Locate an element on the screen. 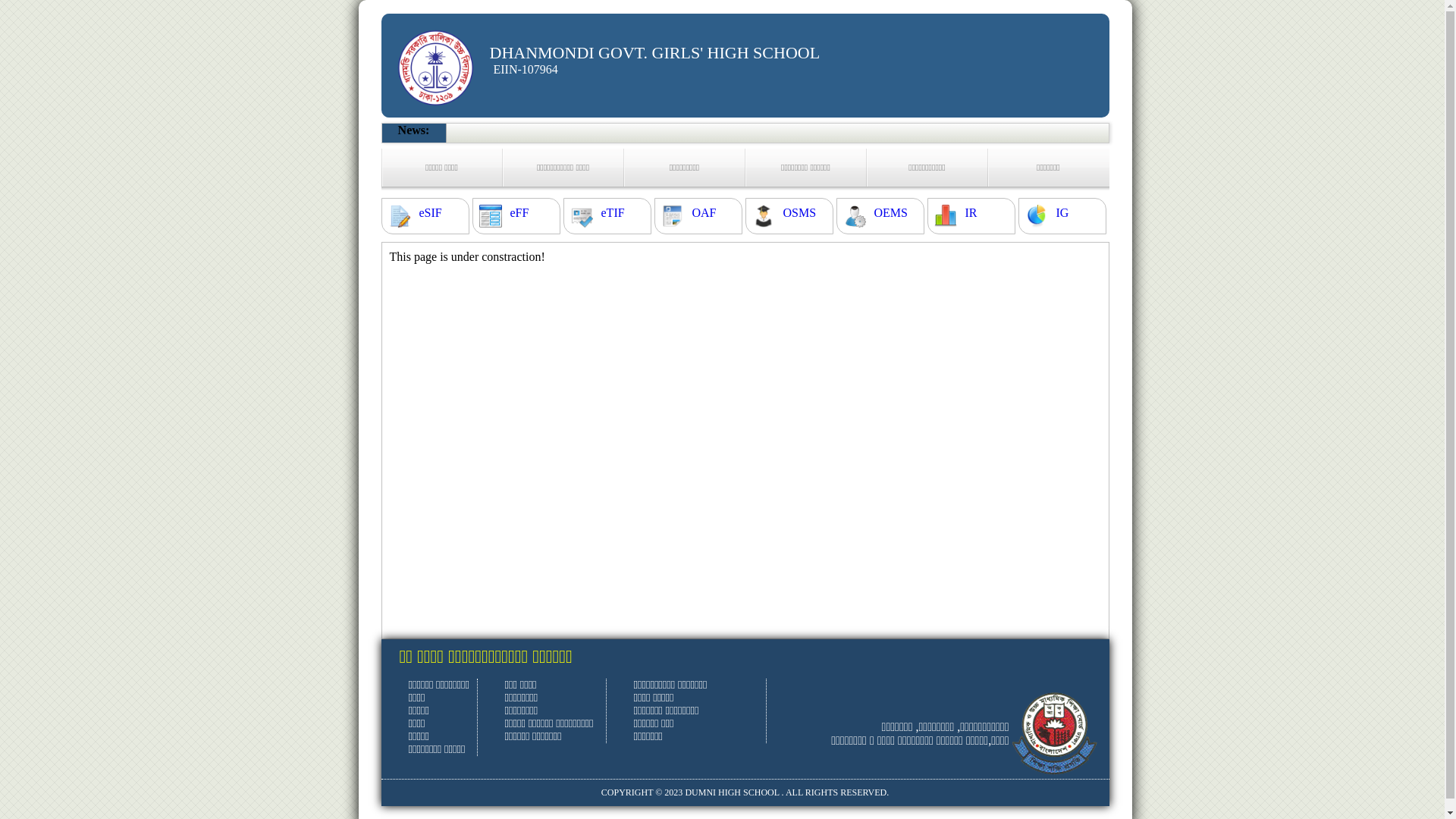 The height and width of the screenshot is (819, 1456). 'OAF' is located at coordinates (702, 213).